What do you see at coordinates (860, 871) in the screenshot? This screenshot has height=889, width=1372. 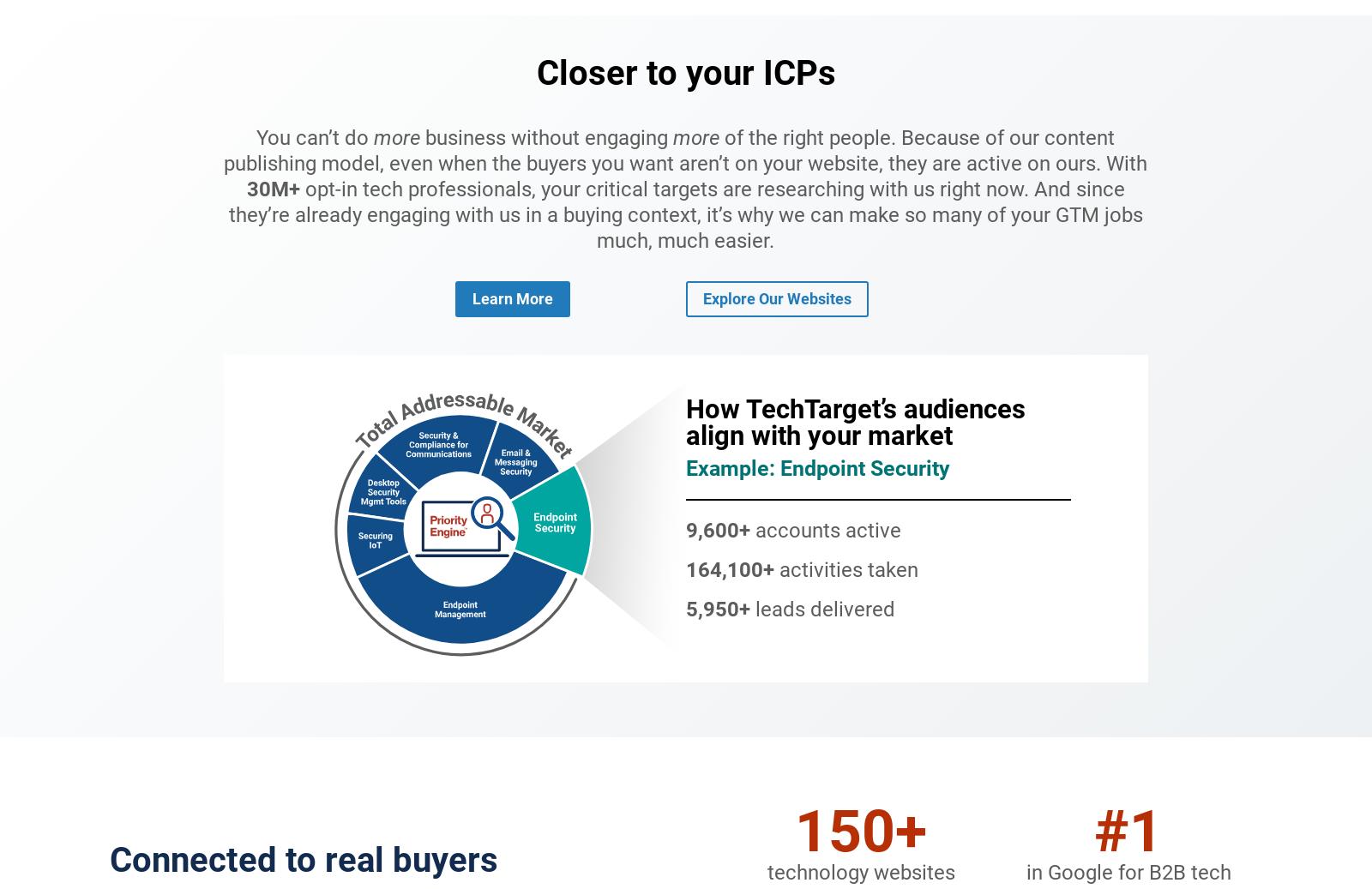 I see `'technology websites'` at bounding box center [860, 871].